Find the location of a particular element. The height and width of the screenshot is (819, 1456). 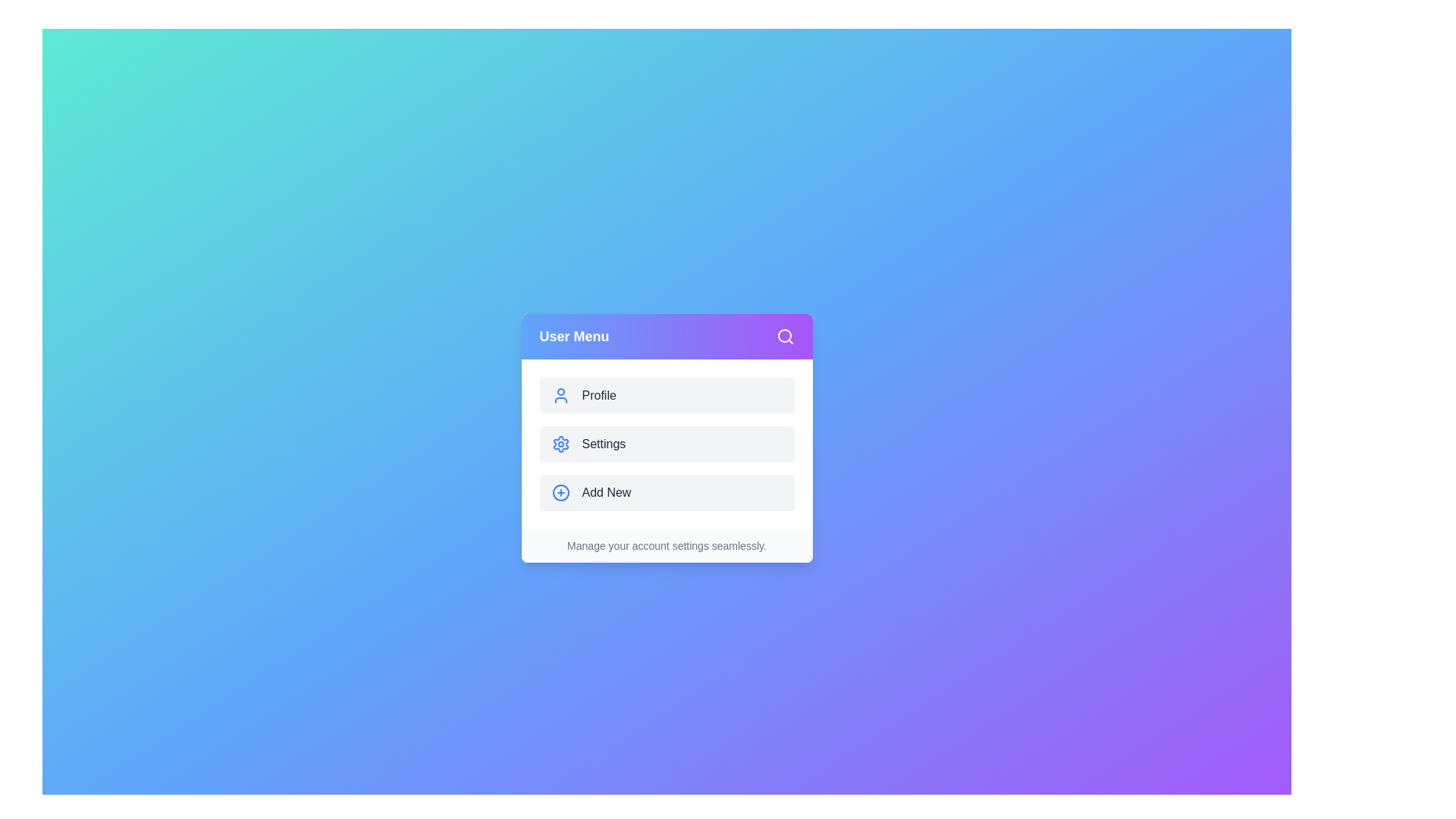

the Profile button to observe its hover effect is located at coordinates (667, 394).